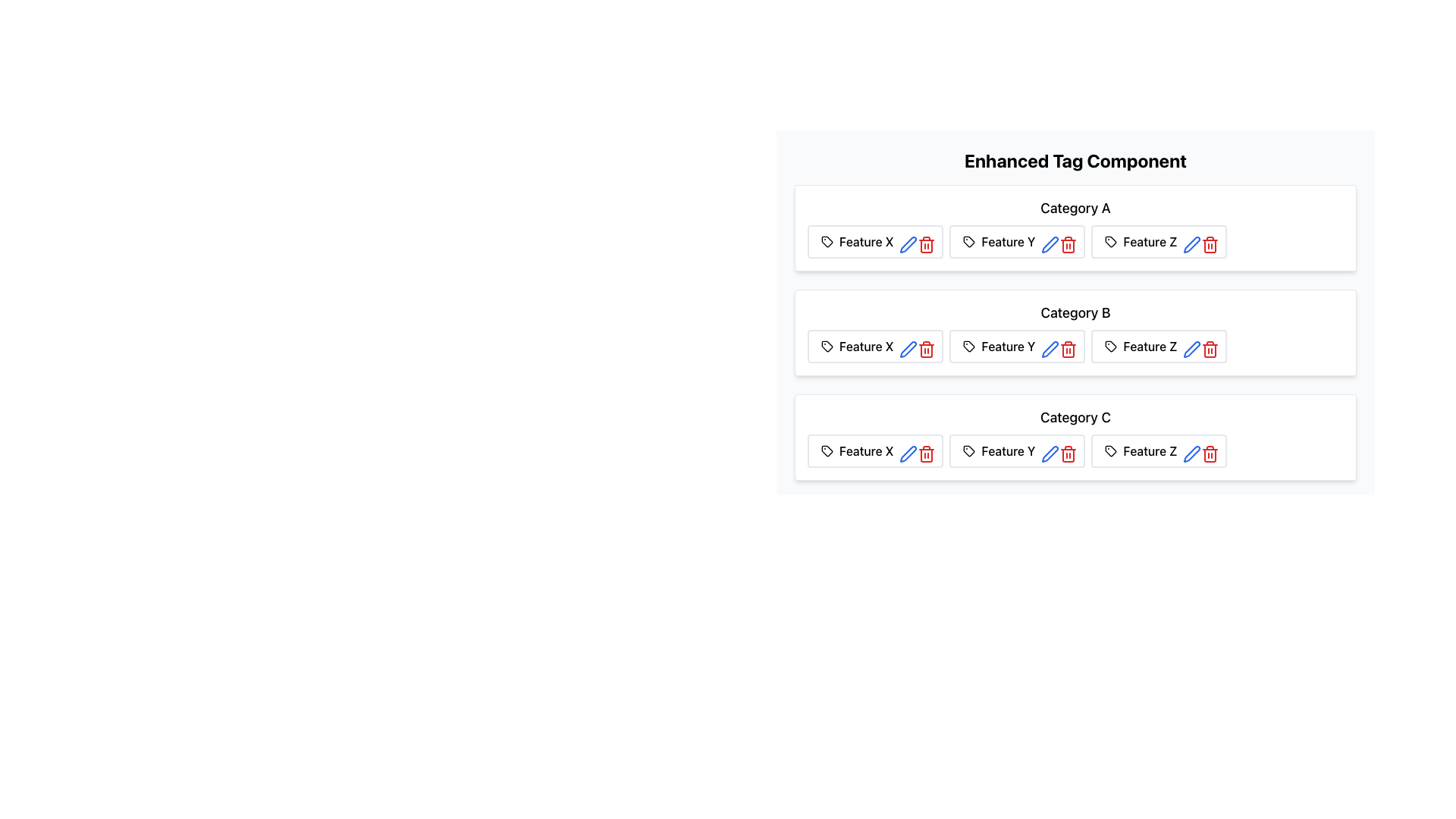  I want to click on the blue outline of the pen icon located just right of the 'Feature Z' label to initiate an edit action, so click(1191, 350).